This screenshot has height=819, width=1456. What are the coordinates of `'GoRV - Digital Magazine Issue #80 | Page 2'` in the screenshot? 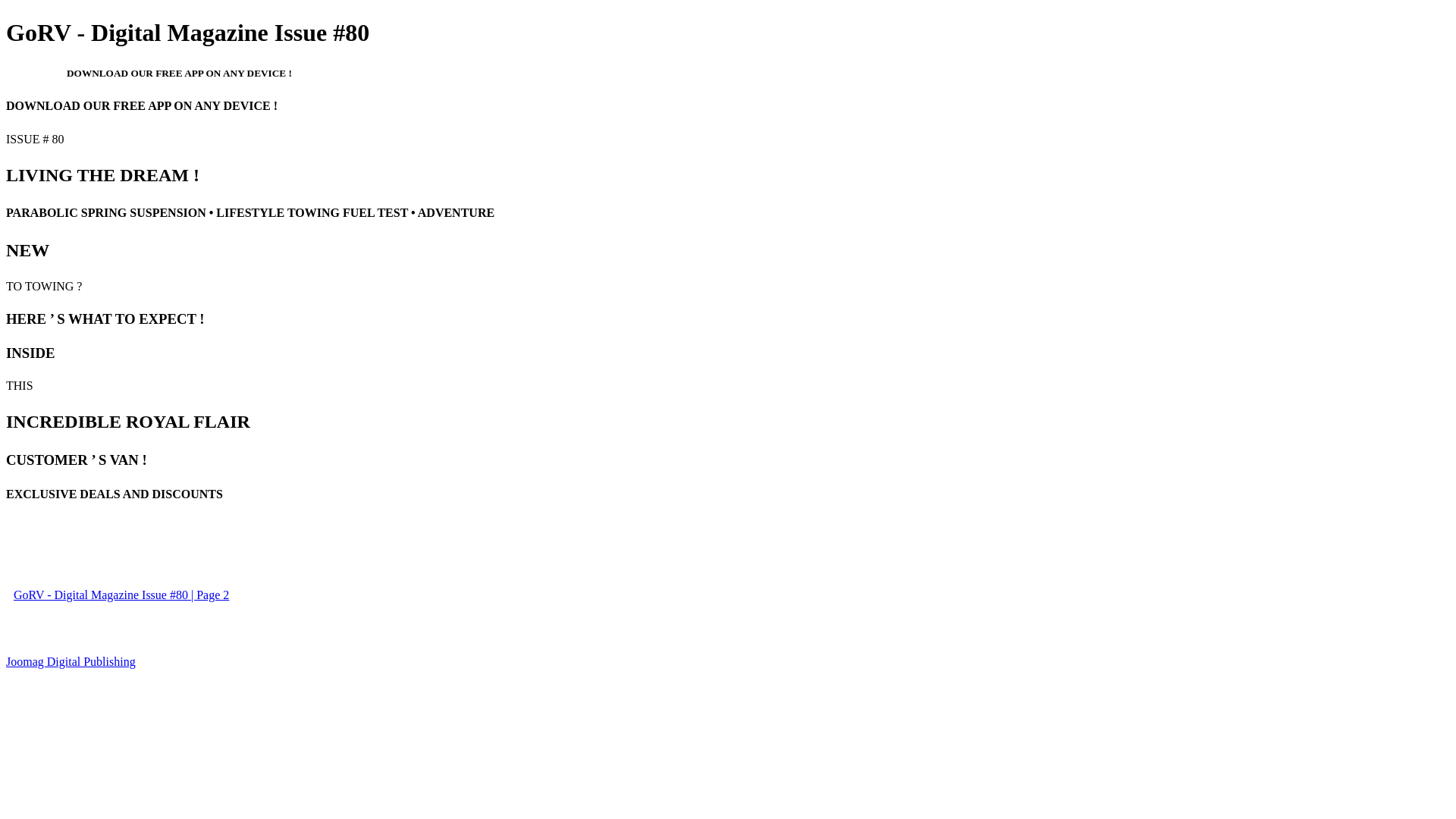 It's located at (120, 594).